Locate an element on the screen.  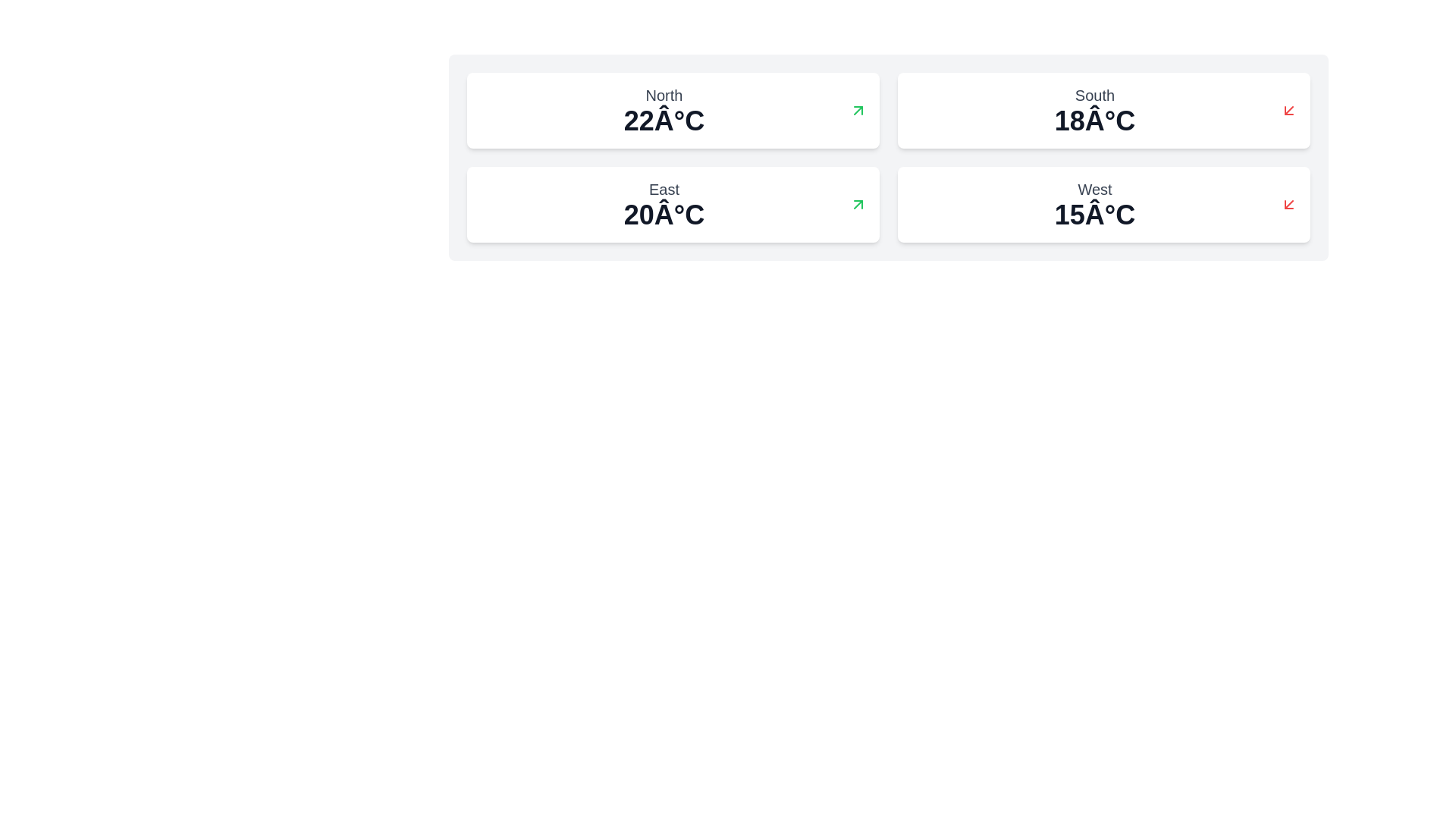
text label indicating direction ('East') located in the bottom-left area of the four-box grid layout, positioned above the temperature display ('20°C') is located at coordinates (664, 189).